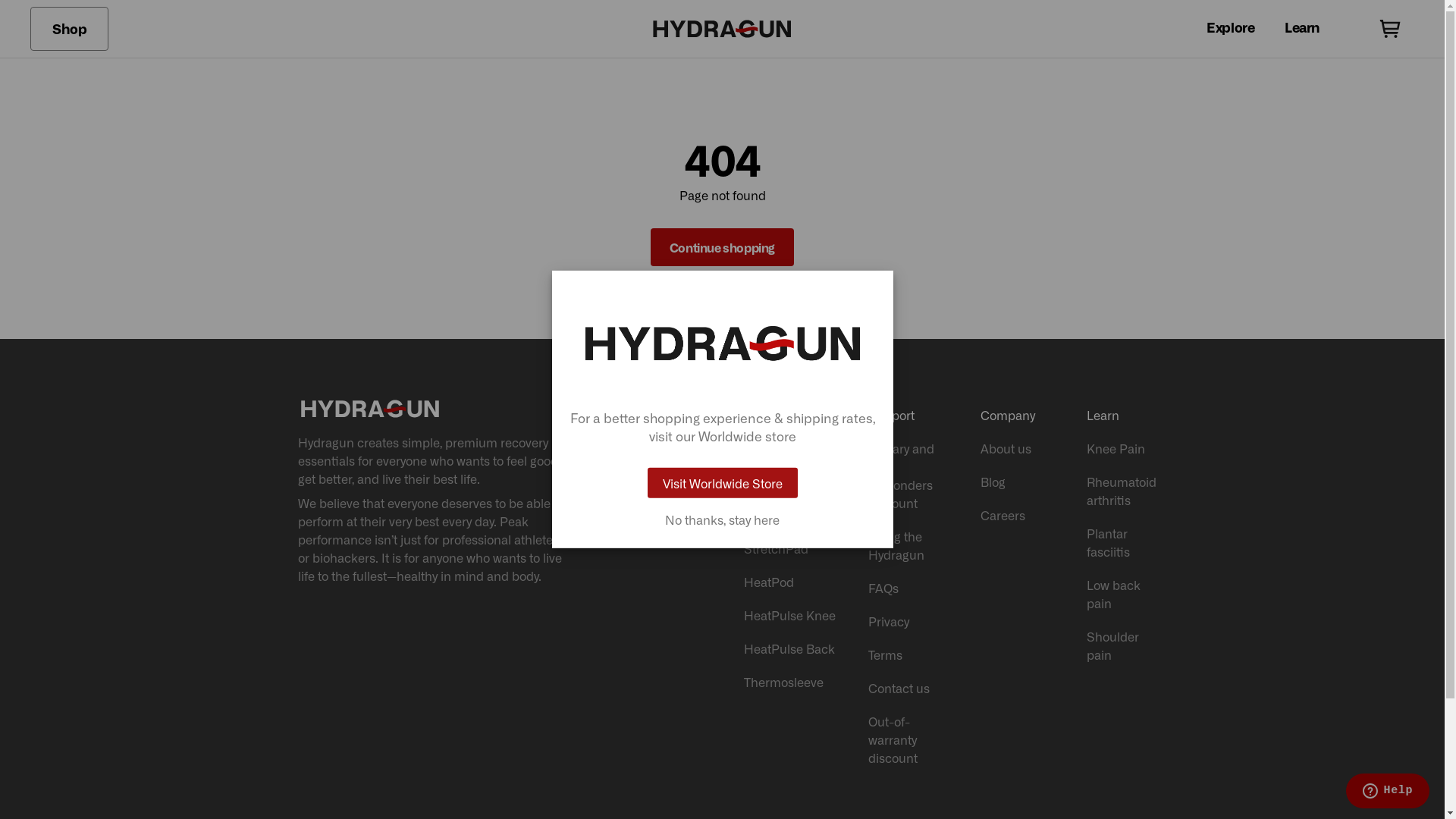  What do you see at coordinates (867, 654) in the screenshot?
I see `'Terms'` at bounding box center [867, 654].